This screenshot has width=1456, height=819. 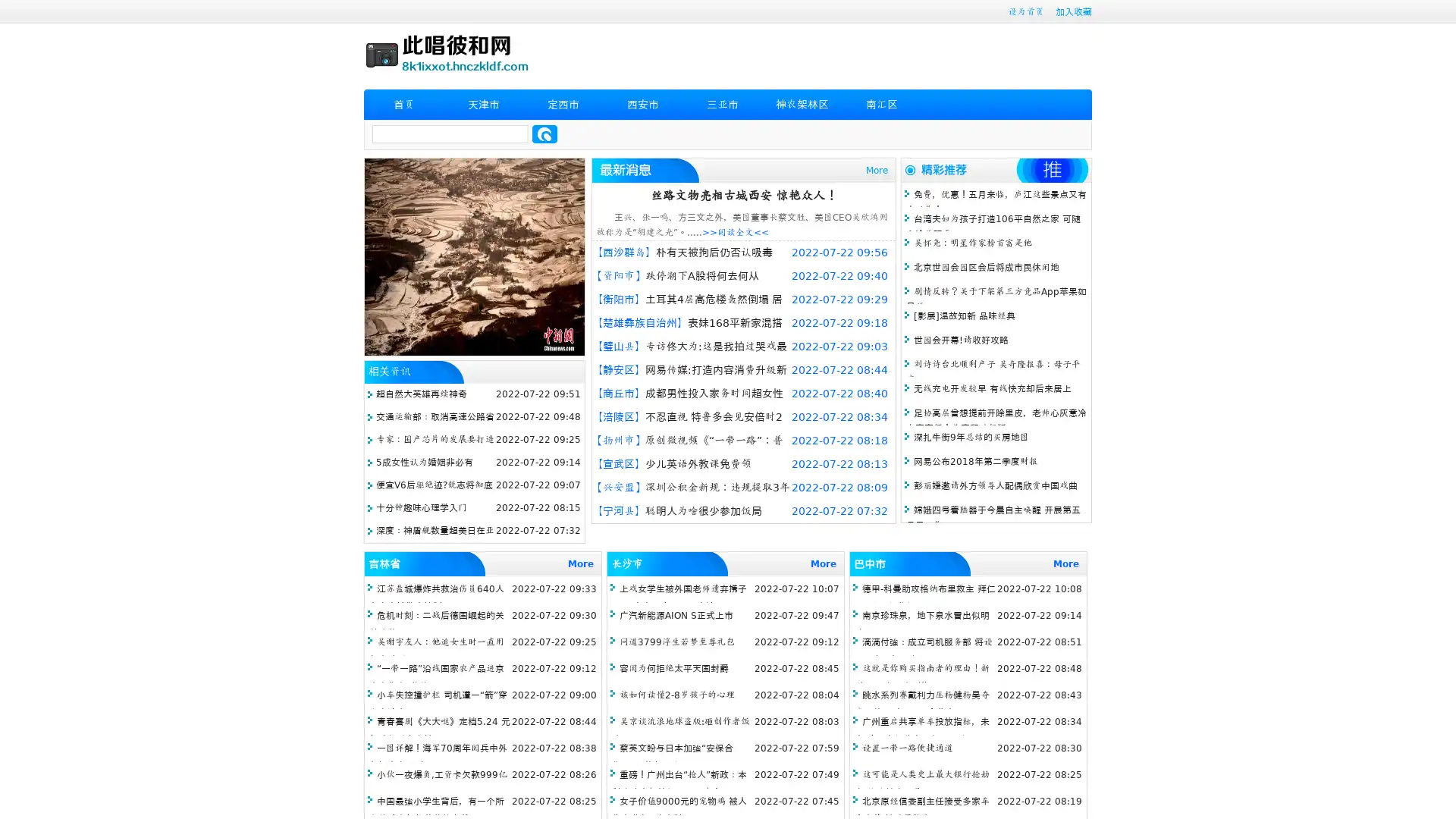 What do you see at coordinates (544, 133) in the screenshot?
I see `Search` at bounding box center [544, 133].